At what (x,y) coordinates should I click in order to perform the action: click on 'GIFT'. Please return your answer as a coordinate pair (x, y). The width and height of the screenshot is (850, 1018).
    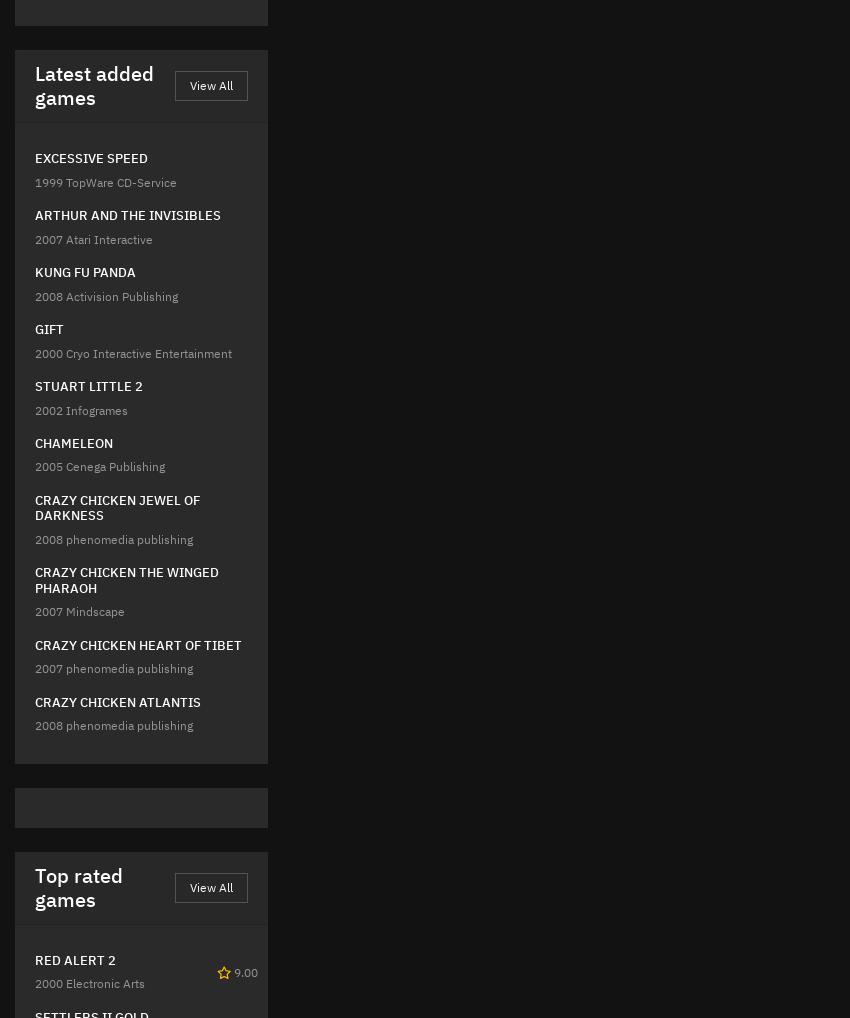
    Looking at the image, I should click on (49, 328).